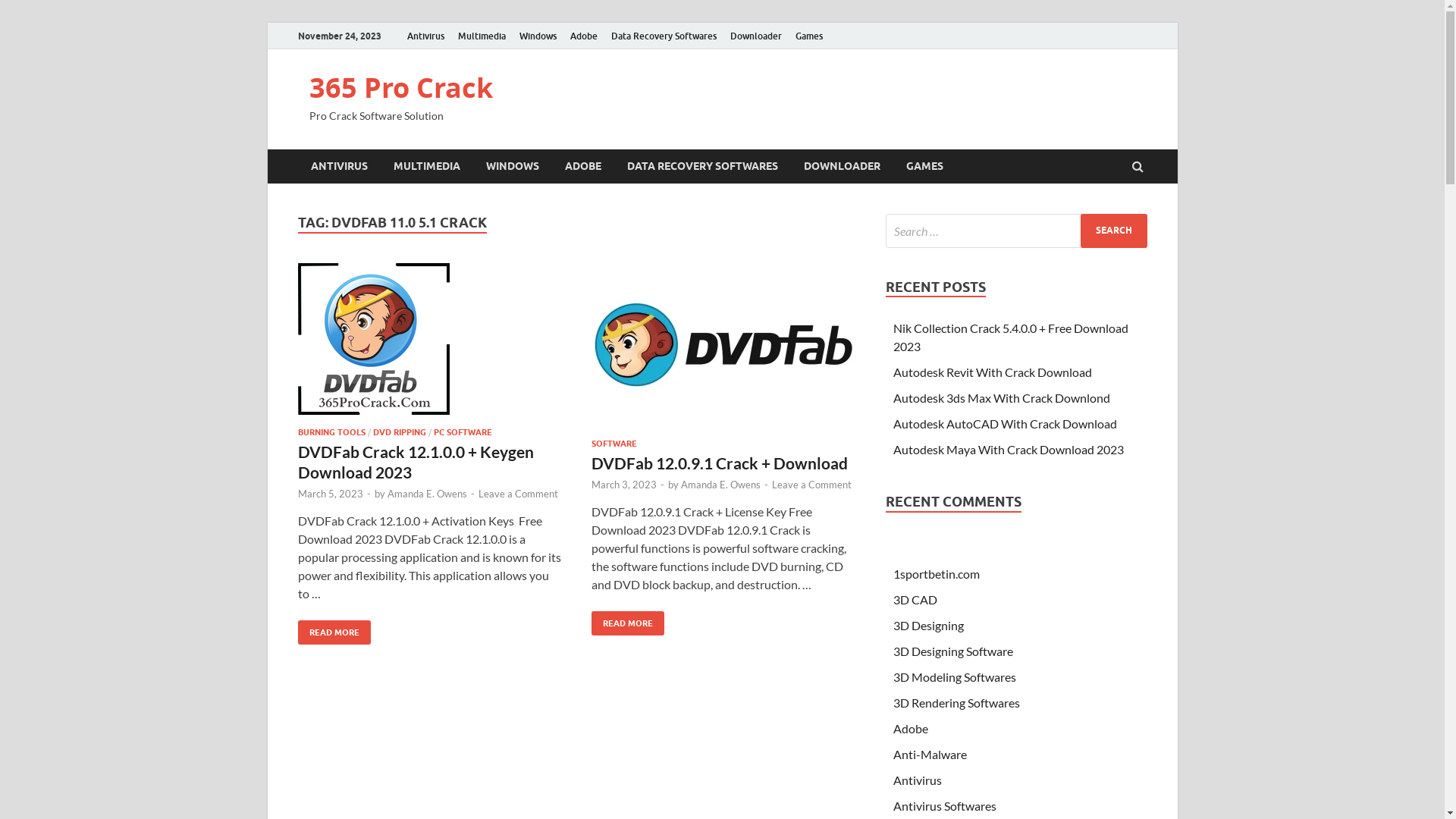 This screenshot has width=1456, height=819. Describe the element at coordinates (415, 461) in the screenshot. I see `'DVDFab Crack 12.1.0.0 + Keygen Download 2023'` at that location.